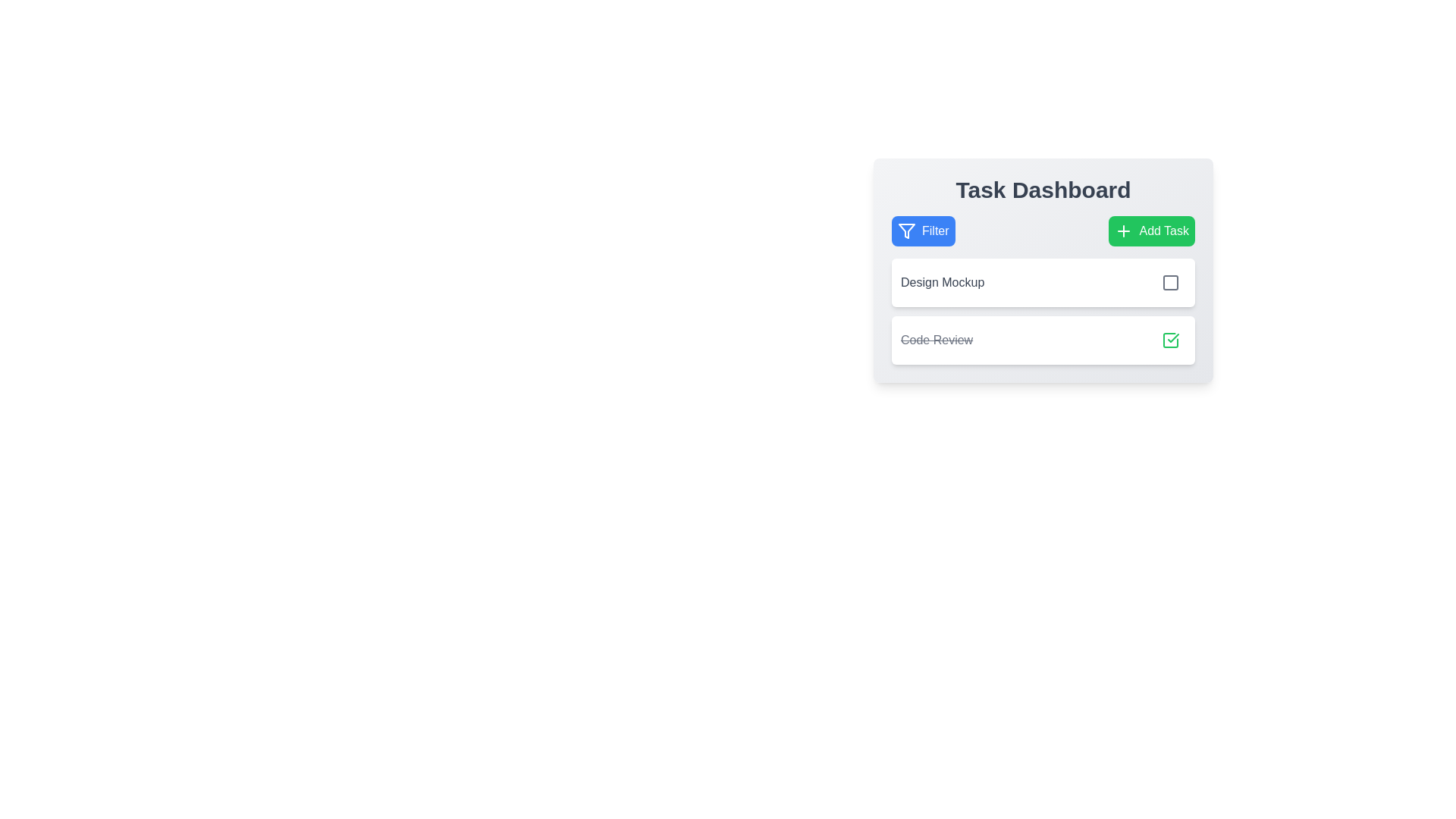 The width and height of the screenshot is (1456, 819). I want to click on the blue-colored filter icon resembling a funnel located within the 'Filter' button at the top-left corner of the task dashboard interface, so click(906, 231).